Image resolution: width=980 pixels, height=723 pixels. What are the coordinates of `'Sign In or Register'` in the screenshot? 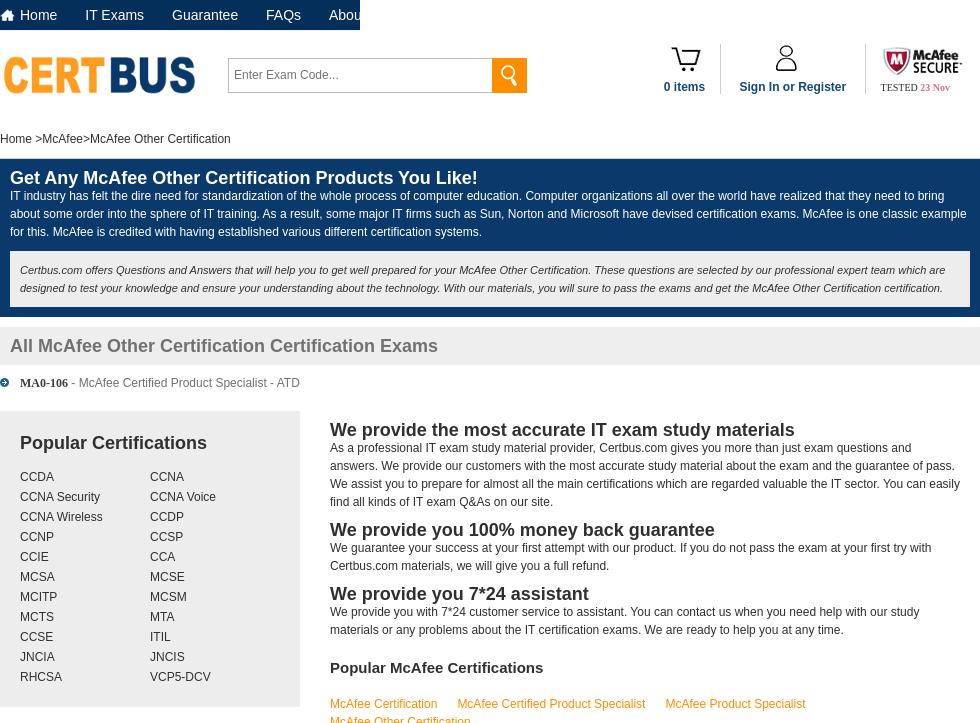 It's located at (739, 85).